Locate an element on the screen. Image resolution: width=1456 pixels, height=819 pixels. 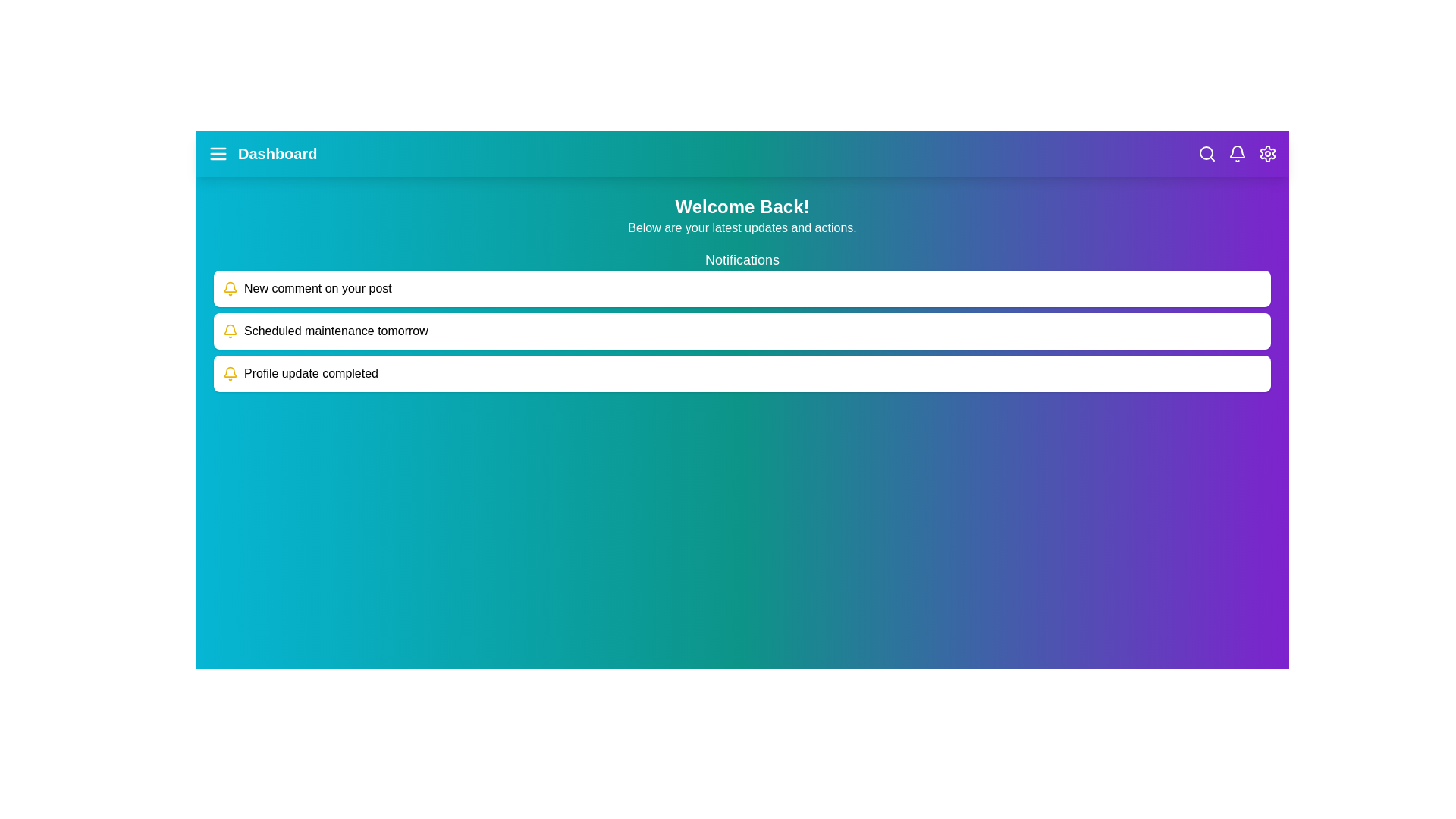
the menu icon to open the navigation menu is located at coordinates (218, 154).